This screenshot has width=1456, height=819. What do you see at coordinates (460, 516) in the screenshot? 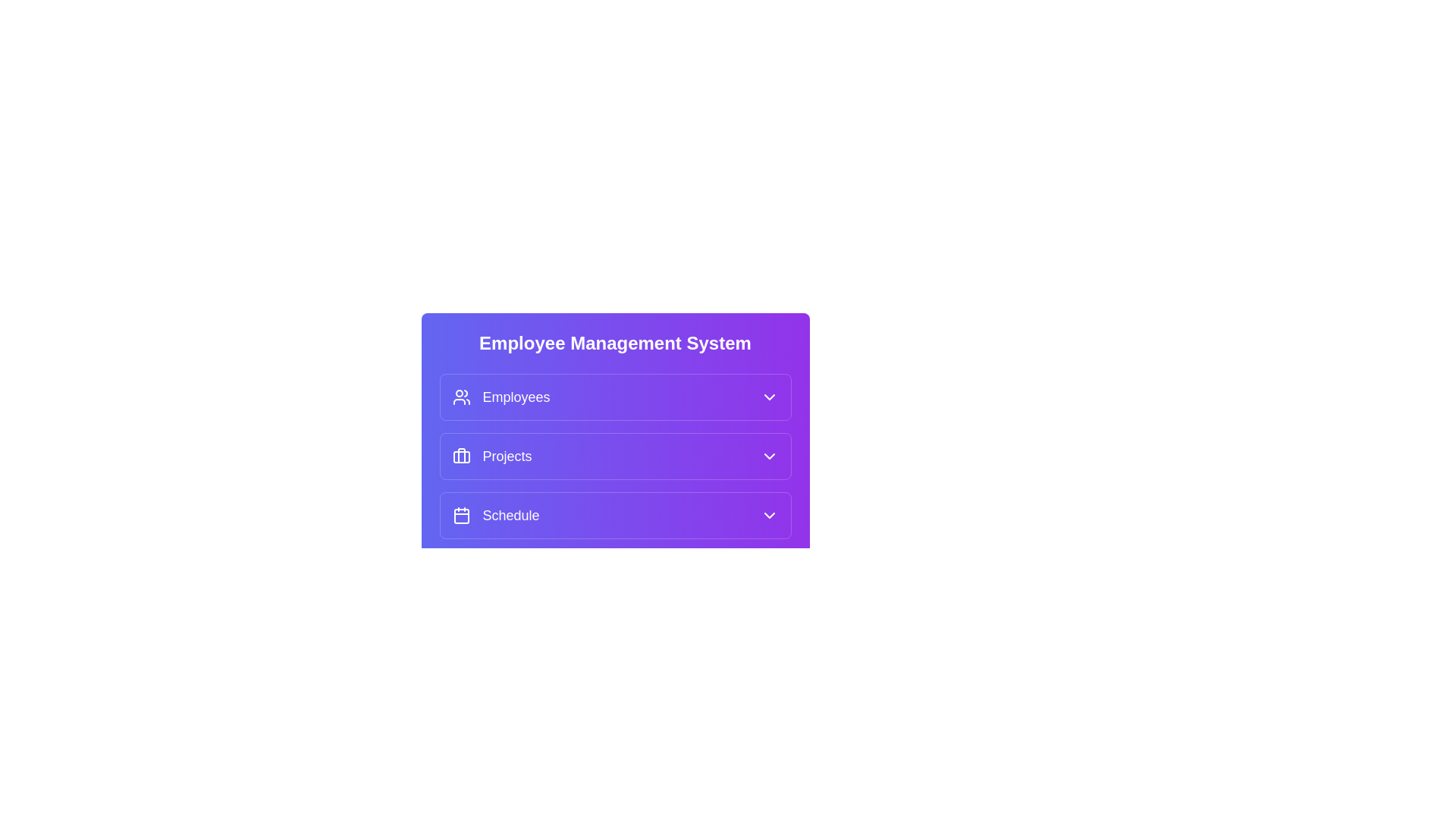
I see `the small purple rectangular component with rounded corners located in the 'Schedule' row of the sidebar, specifically nested within the calendar icon` at bounding box center [460, 516].